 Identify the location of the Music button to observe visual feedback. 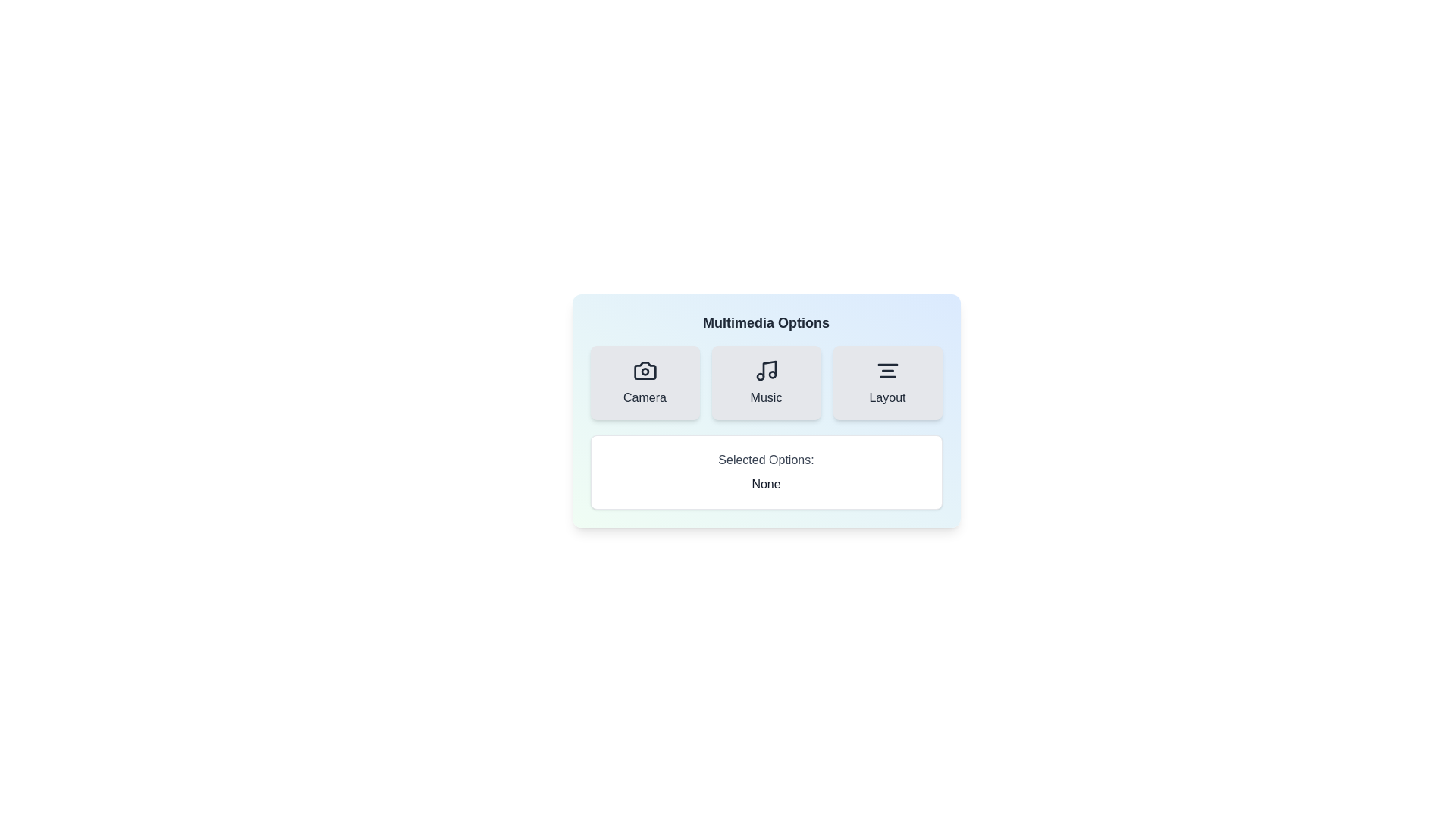
(766, 382).